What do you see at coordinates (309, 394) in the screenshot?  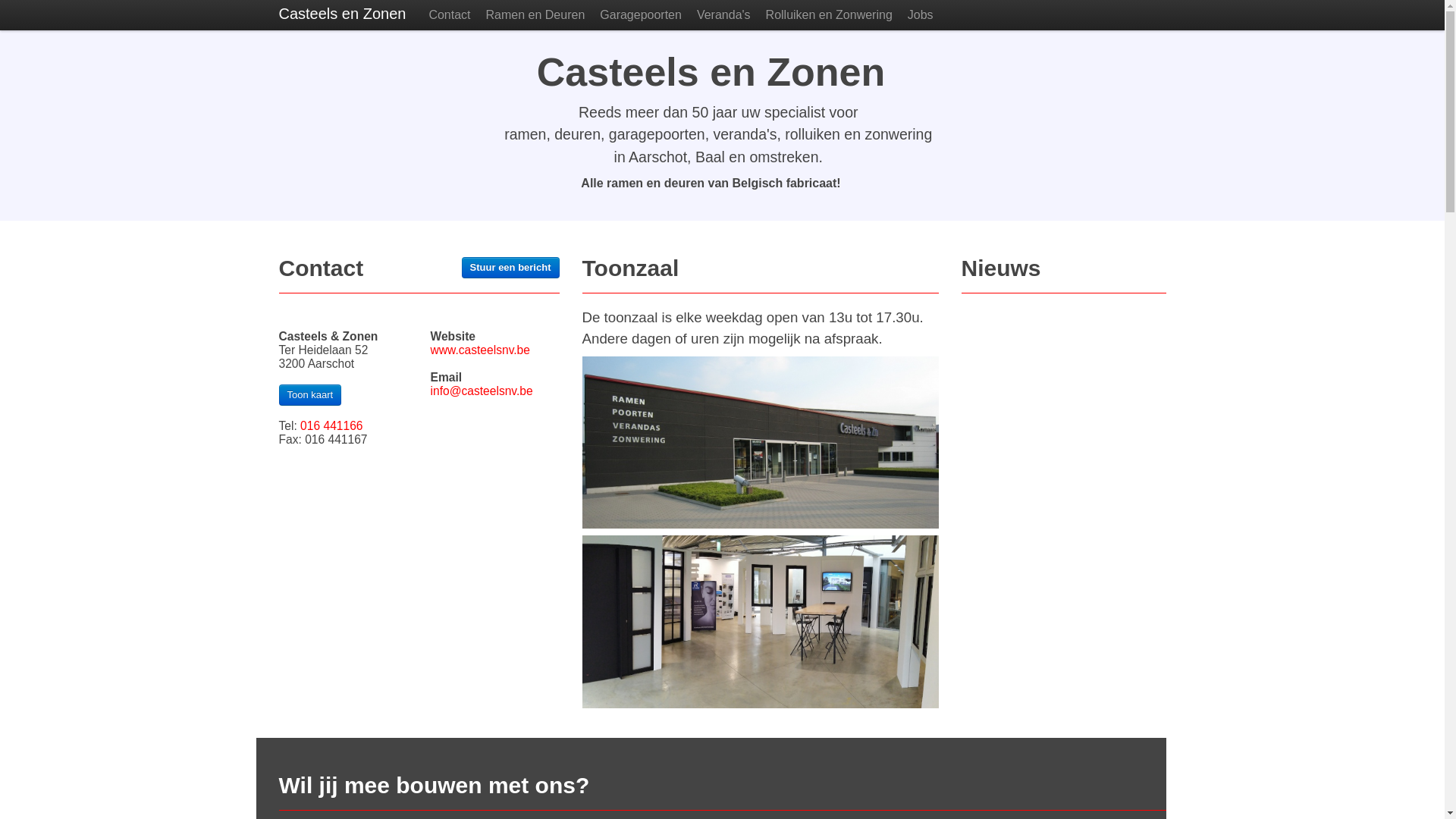 I see `'Toon kaart'` at bounding box center [309, 394].